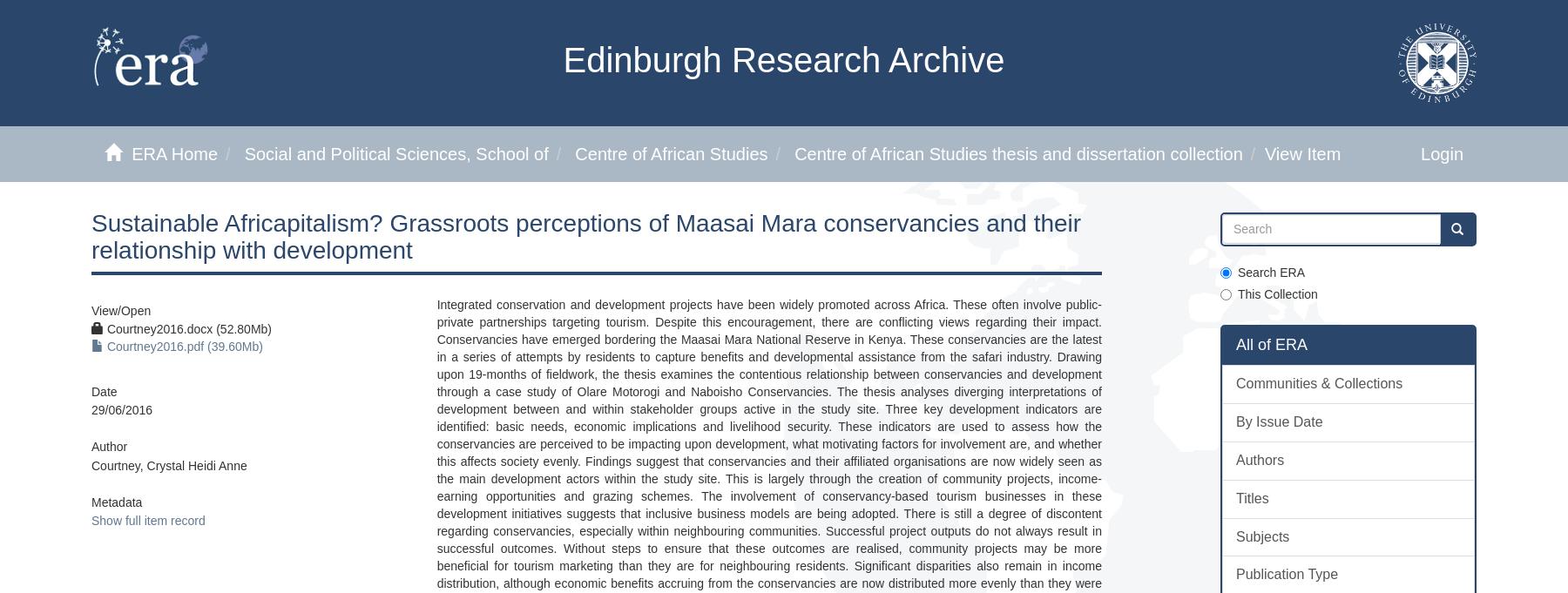 The height and width of the screenshot is (593, 1568). I want to click on 'Authors', so click(1259, 459).